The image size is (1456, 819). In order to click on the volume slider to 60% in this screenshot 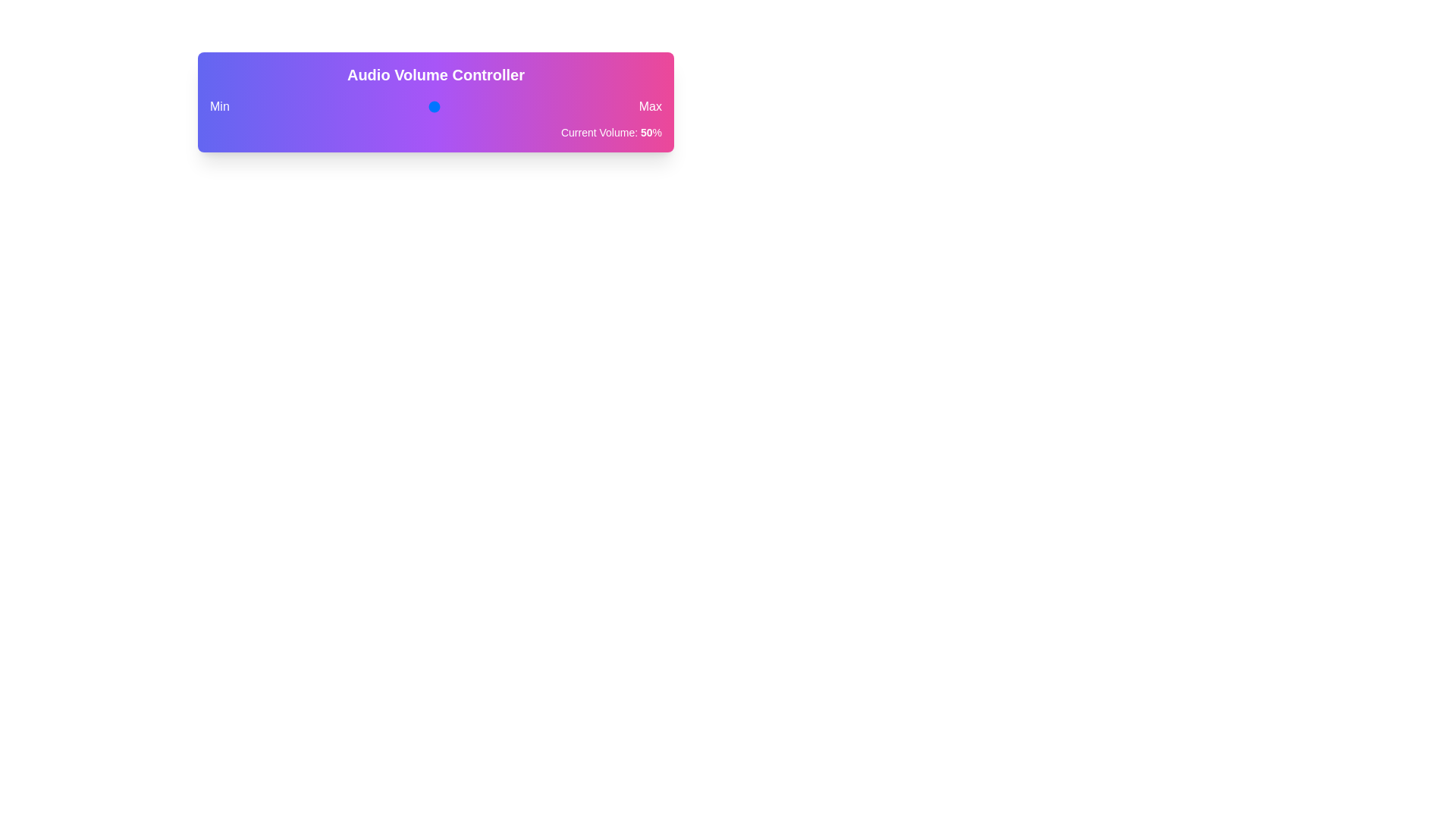, I will do `click(472, 106)`.